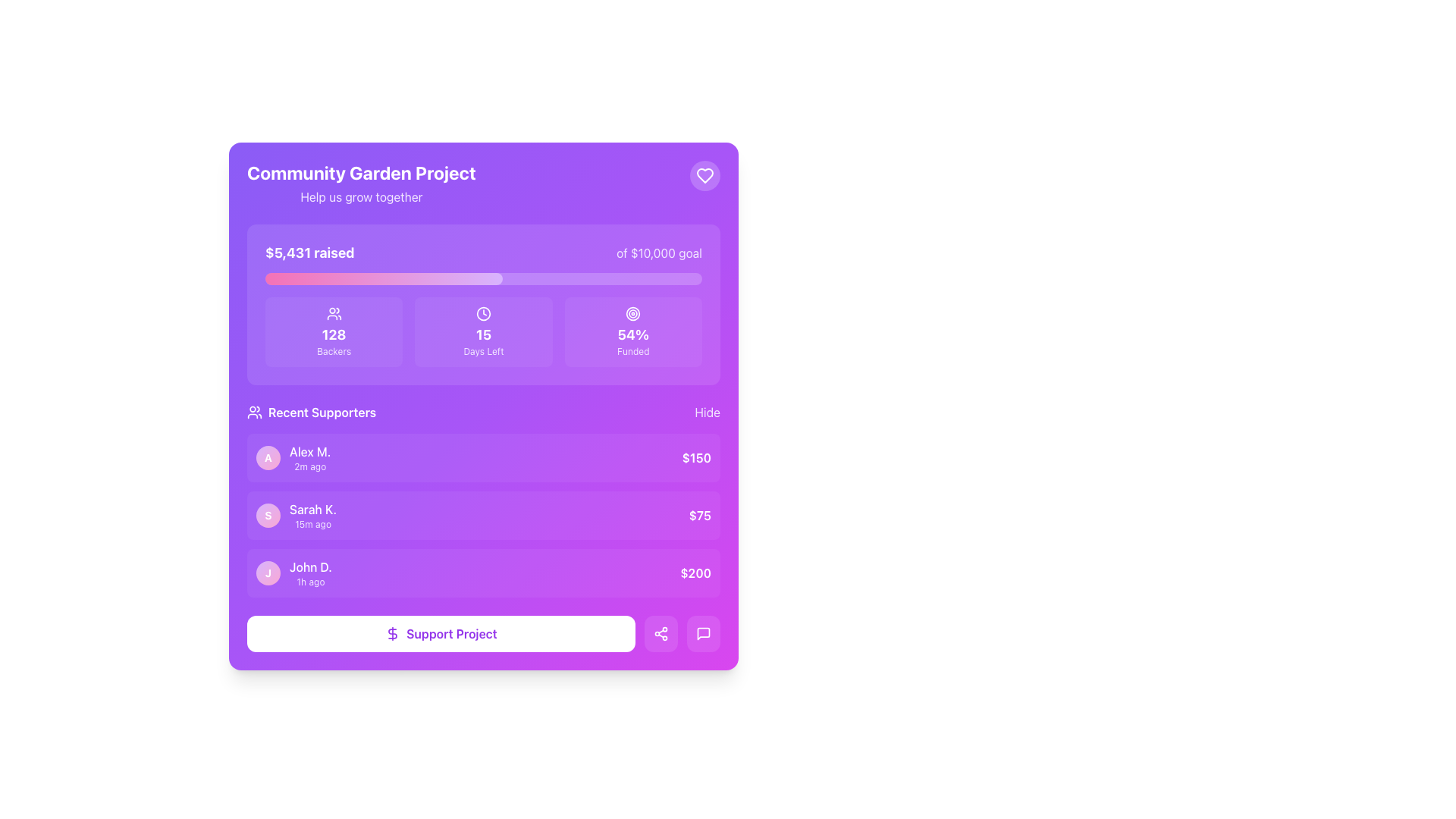 This screenshot has height=819, width=1456. Describe the element at coordinates (704, 174) in the screenshot. I see `the 'like' icon located in the top-right corner of the purple card-like section` at that location.